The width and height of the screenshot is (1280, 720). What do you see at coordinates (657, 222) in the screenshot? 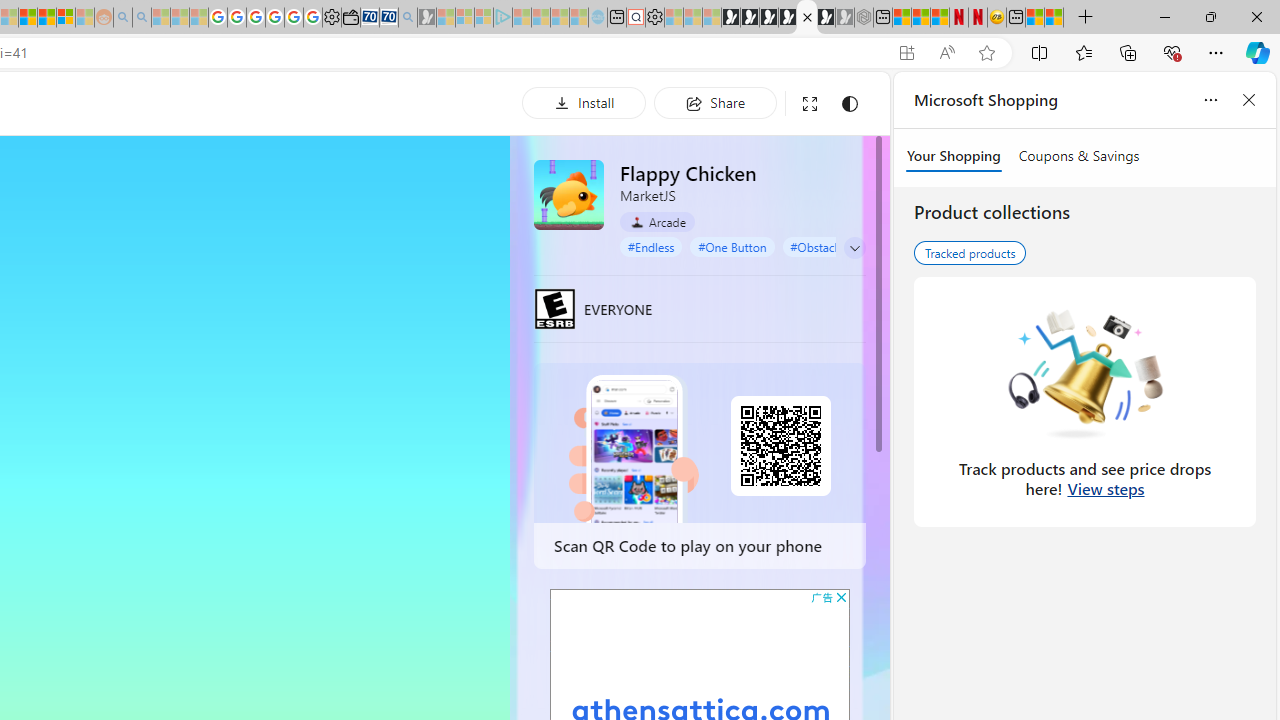
I see `'Arcade'` at bounding box center [657, 222].